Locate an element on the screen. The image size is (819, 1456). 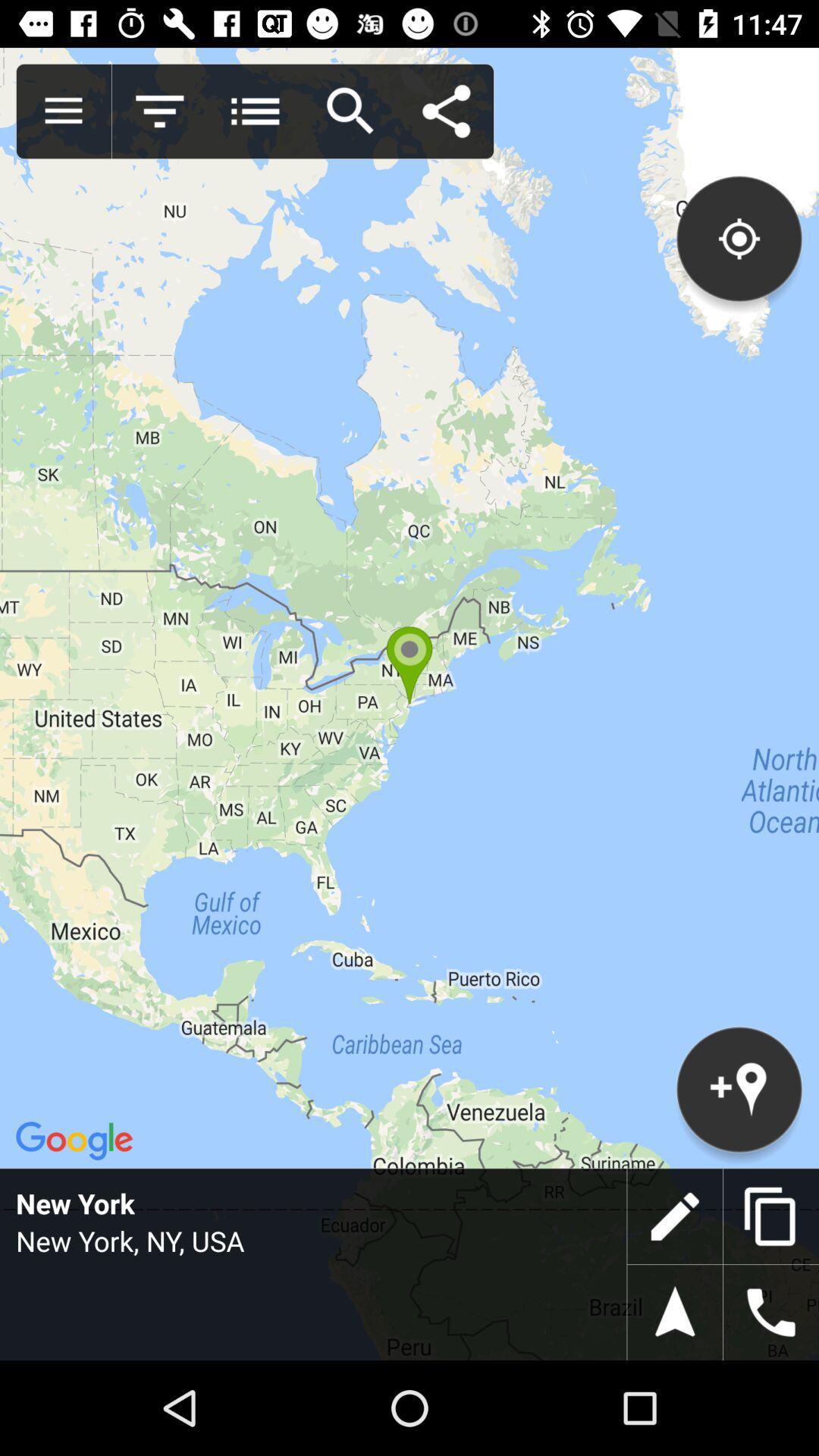
search icon is located at coordinates (350, 111).